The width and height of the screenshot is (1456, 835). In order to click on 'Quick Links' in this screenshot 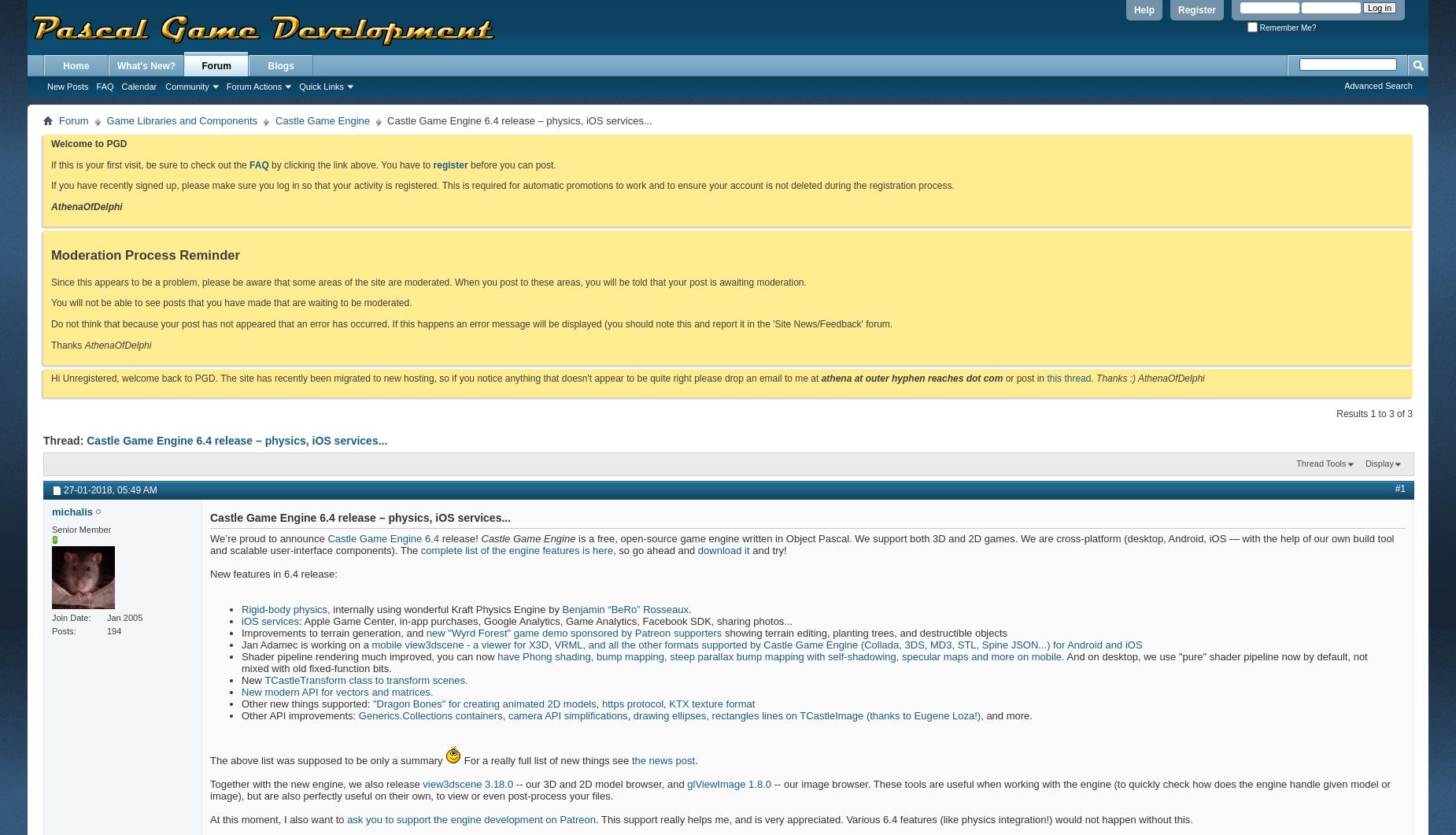, I will do `click(320, 87)`.